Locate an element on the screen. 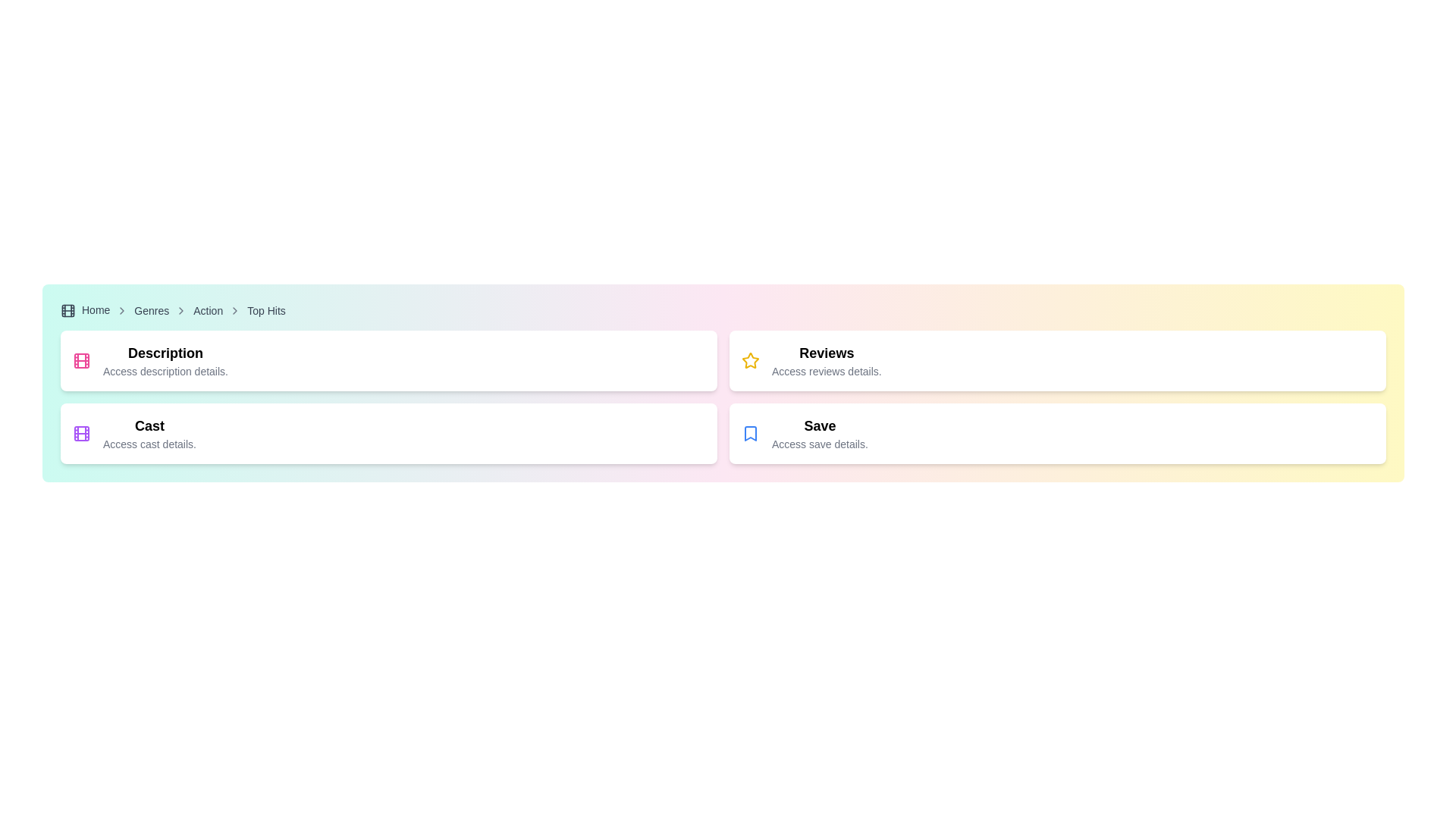  the central rounded rectangle of the film icon located at the top-left corner of the page, which is part of a film strip layout is located at coordinates (67, 309).